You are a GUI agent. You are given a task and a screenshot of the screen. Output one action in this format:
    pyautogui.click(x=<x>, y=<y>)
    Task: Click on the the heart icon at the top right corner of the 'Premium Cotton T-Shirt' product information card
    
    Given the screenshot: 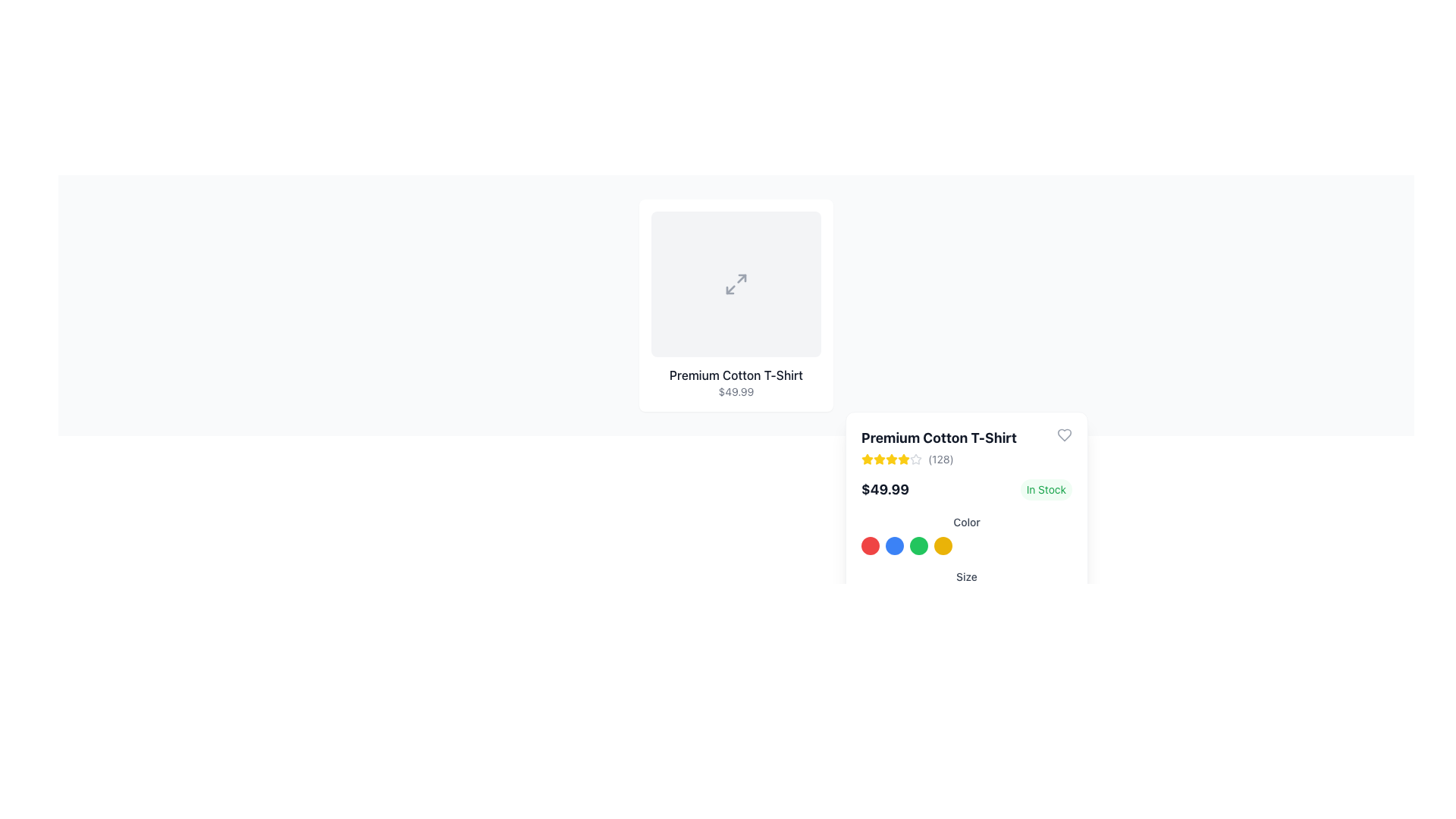 What is the action you would take?
    pyautogui.click(x=1063, y=435)
    